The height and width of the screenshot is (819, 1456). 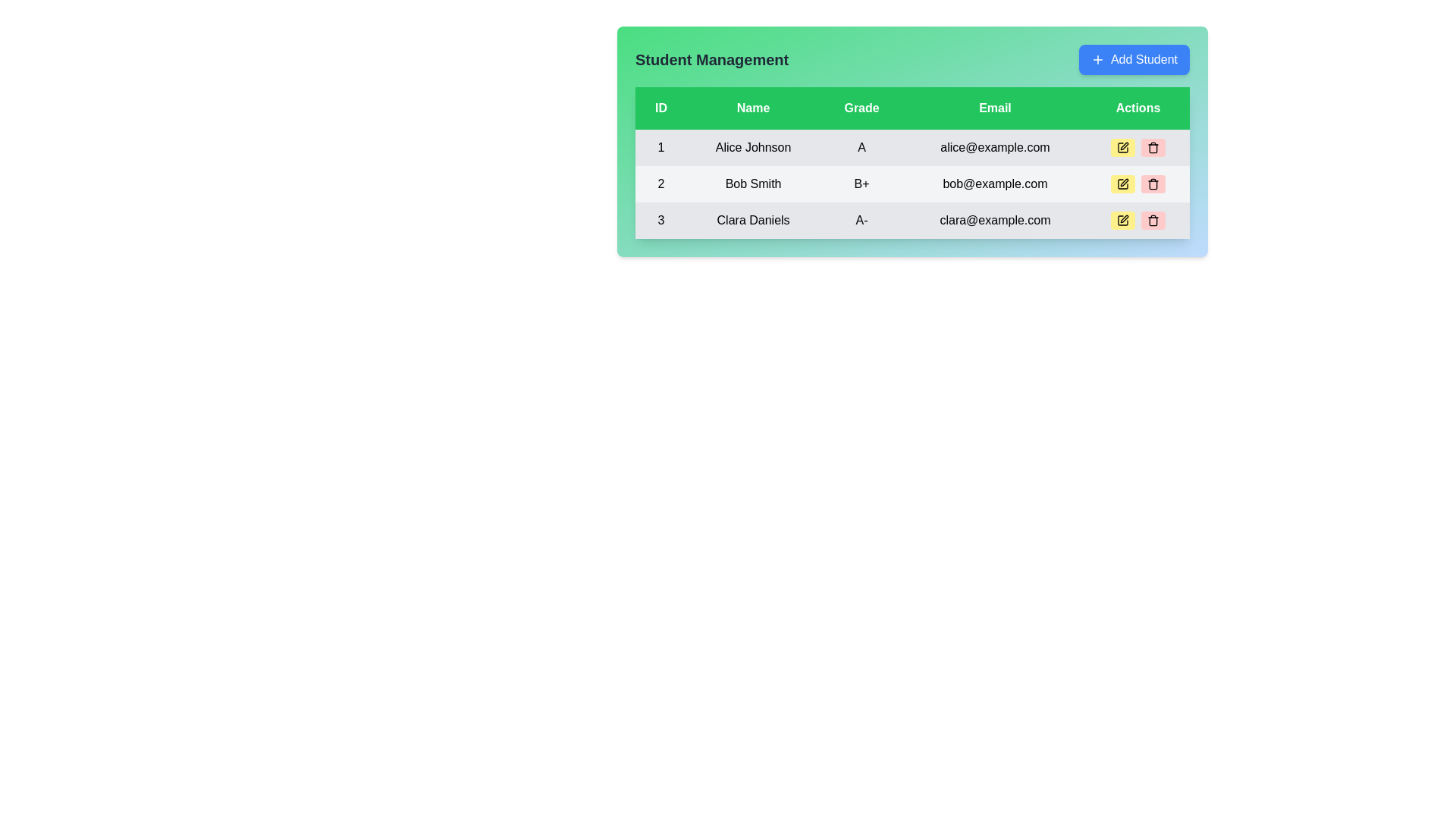 I want to click on the delete button in the table row displaying details for 'Clara Daniels', located at the bottom of the three-row table under the 'Actions' column, so click(x=912, y=220).